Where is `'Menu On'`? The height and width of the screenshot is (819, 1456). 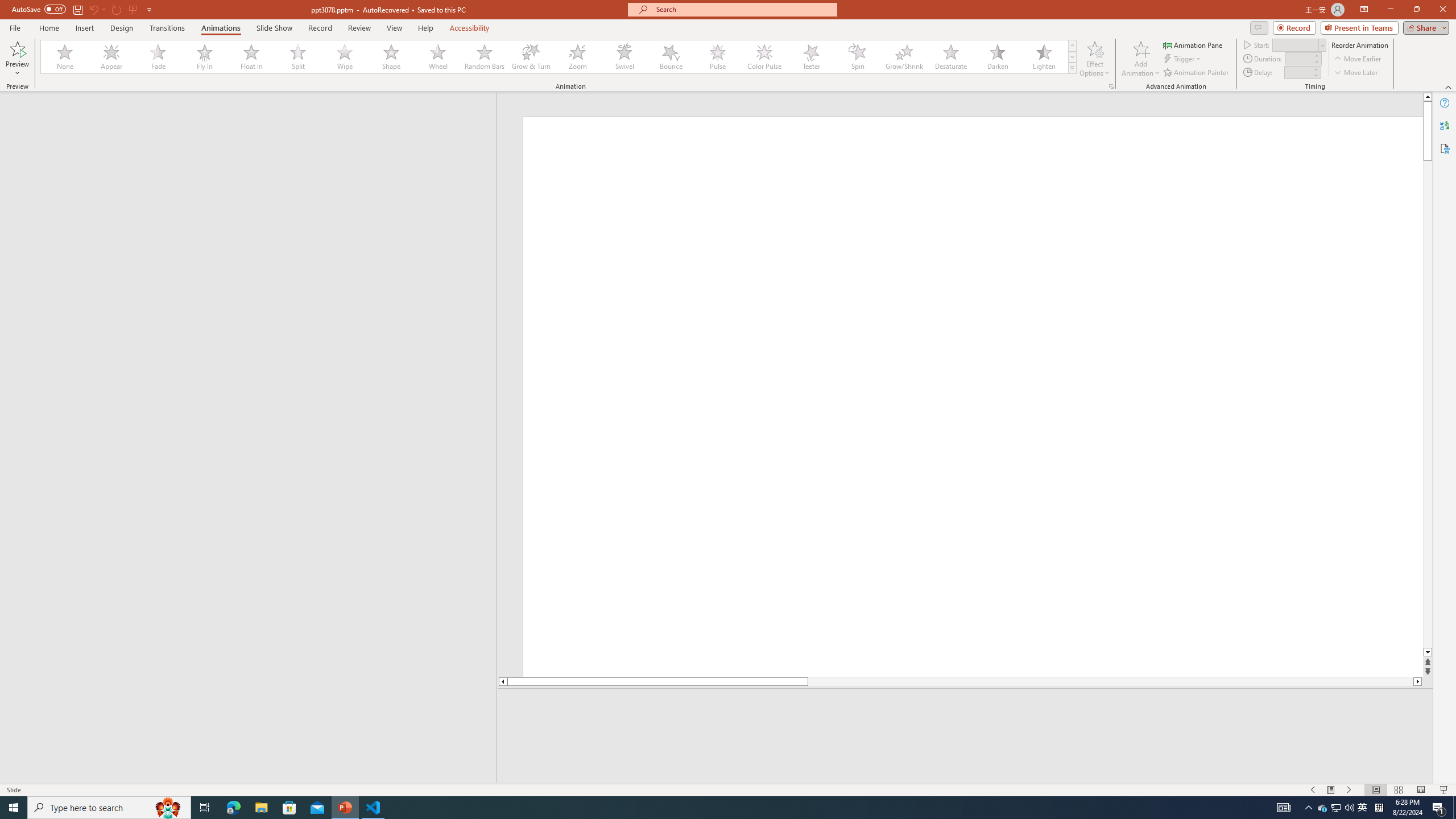 'Menu On' is located at coordinates (1331, 790).